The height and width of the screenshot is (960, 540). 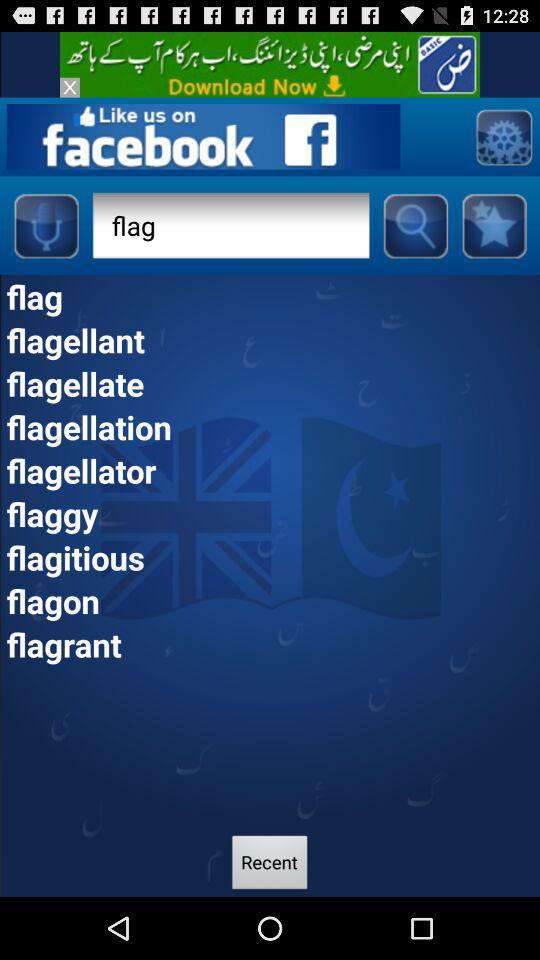 I want to click on speech button, so click(x=45, y=225).